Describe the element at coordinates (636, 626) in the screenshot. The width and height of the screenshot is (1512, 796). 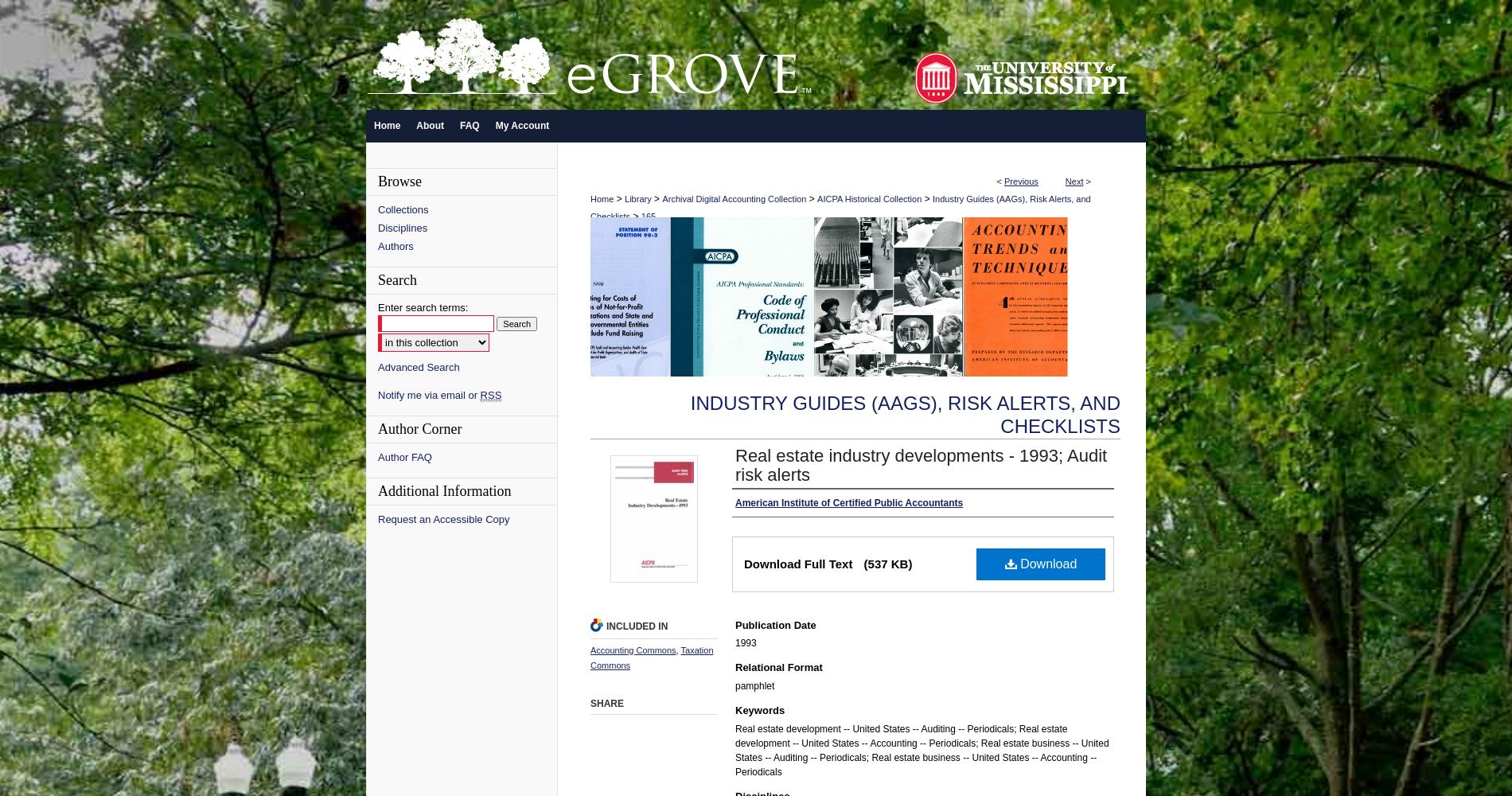
I see `'Included in'` at that location.